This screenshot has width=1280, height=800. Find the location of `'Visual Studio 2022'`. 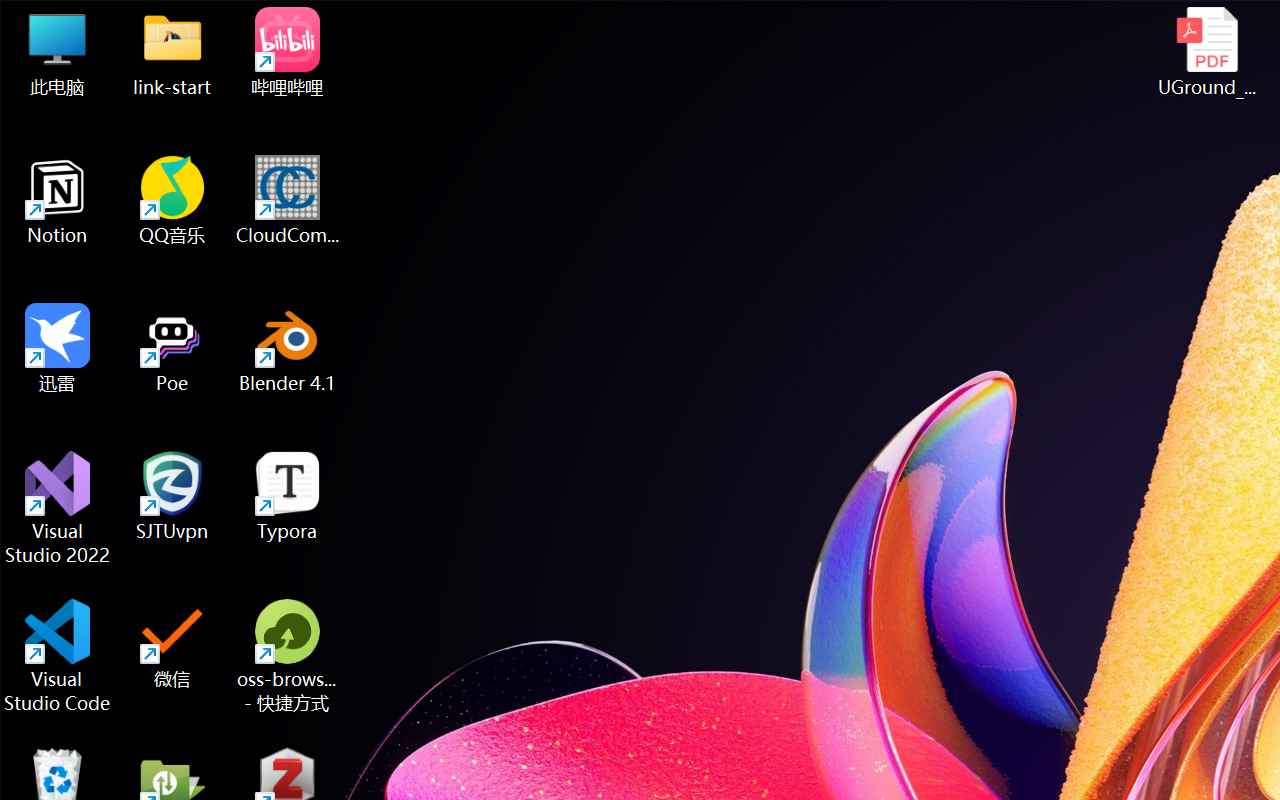

'Visual Studio 2022' is located at coordinates (57, 507).